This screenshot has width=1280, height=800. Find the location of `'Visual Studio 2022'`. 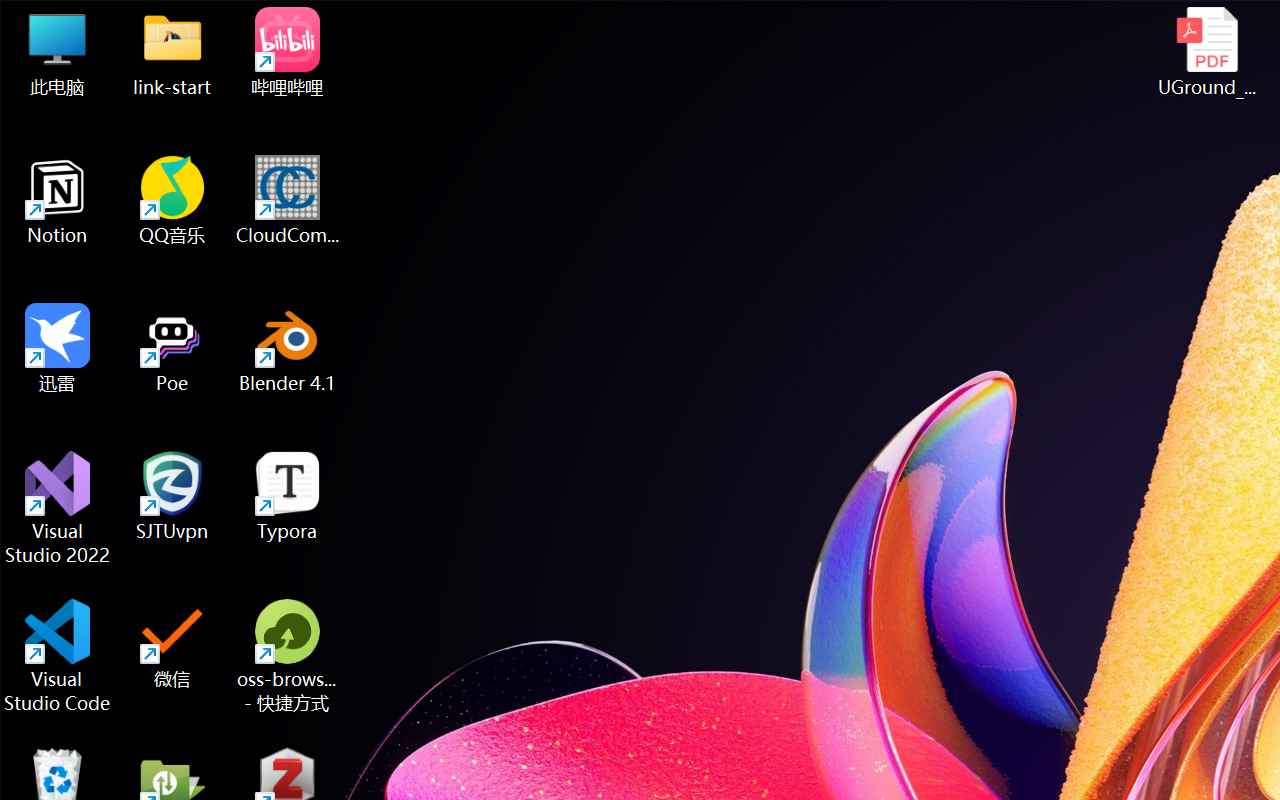

'Visual Studio 2022' is located at coordinates (57, 507).